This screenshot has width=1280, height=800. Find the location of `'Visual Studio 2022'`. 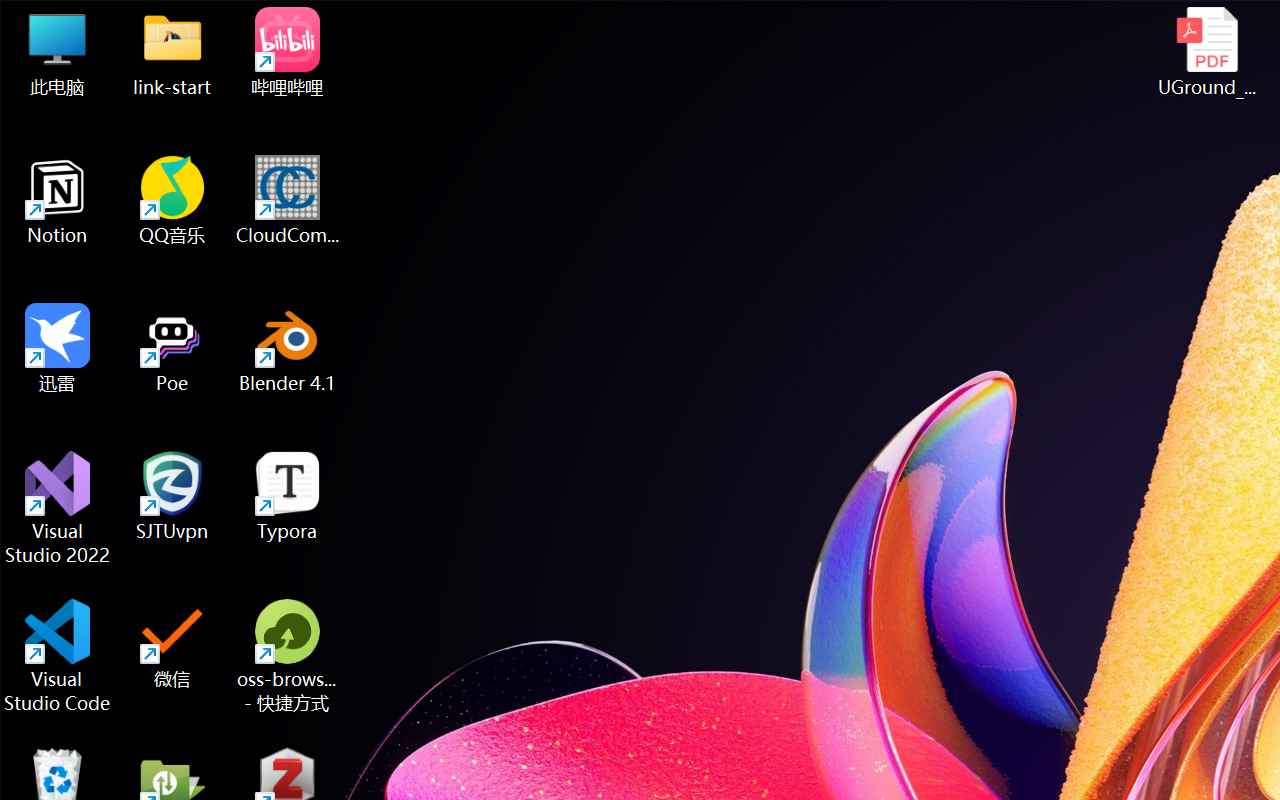

'Visual Studio 2022' is located at coordinates (57, 507).